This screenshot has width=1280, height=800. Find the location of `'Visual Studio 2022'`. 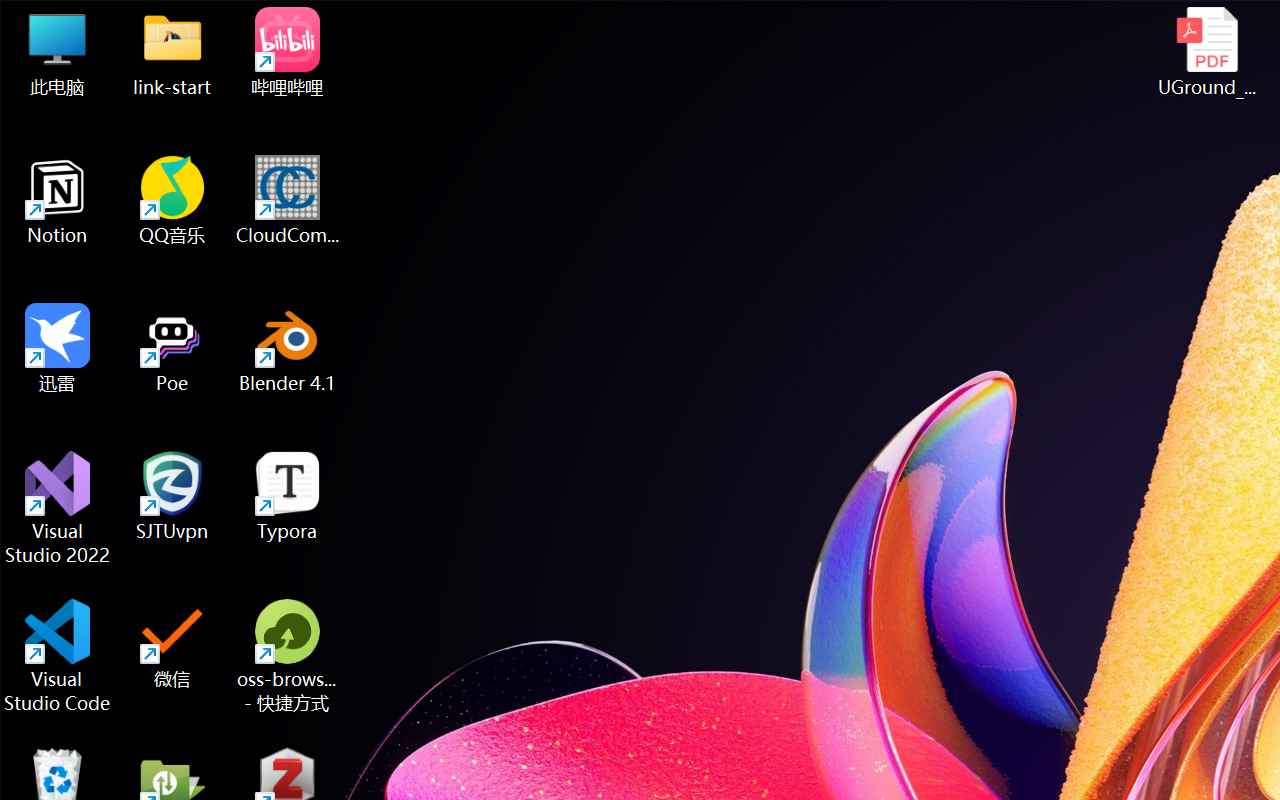

'Visual Studio 2022' is located at coordinates (57, 507).